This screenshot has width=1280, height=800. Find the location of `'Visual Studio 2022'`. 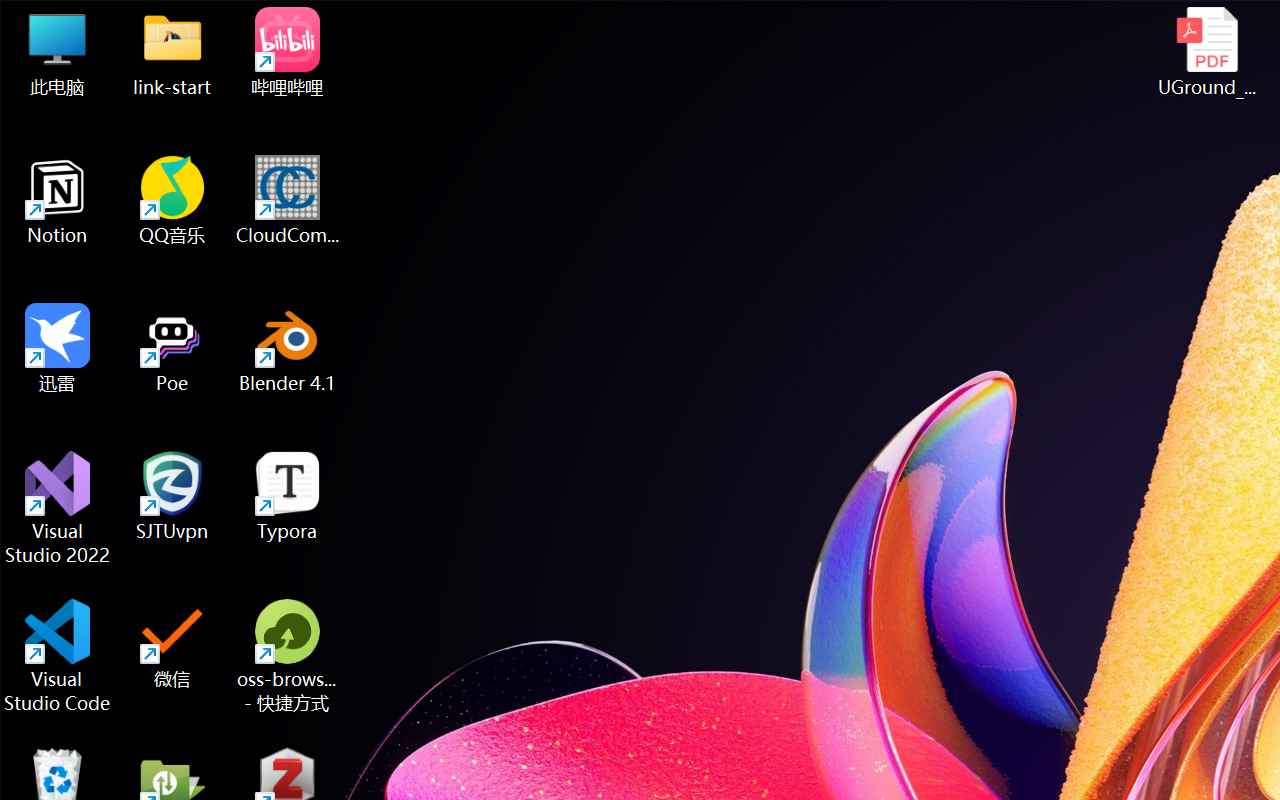

'Visual Studio 2022' is located at coordinates (57, 507).